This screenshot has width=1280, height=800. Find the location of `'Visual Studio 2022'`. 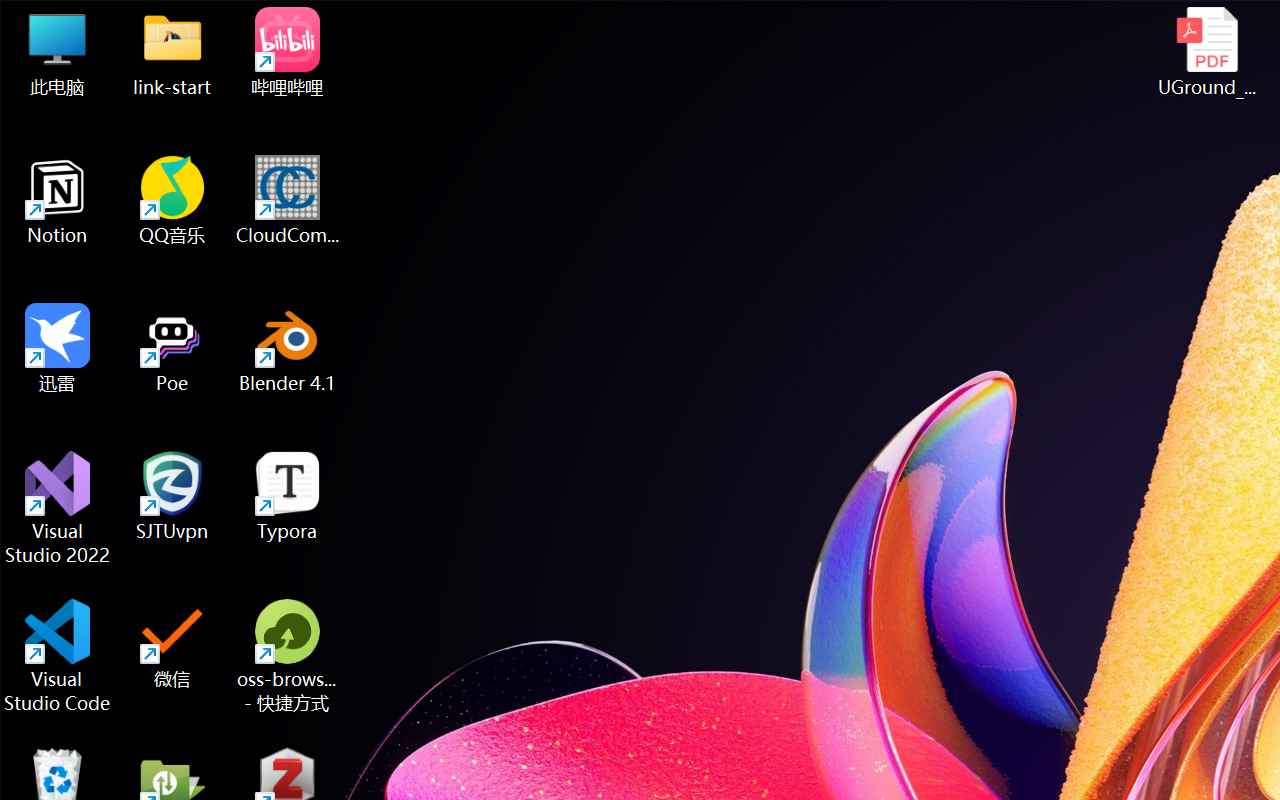

'Visual Studio 2022' is located at coordinates (57, 507).